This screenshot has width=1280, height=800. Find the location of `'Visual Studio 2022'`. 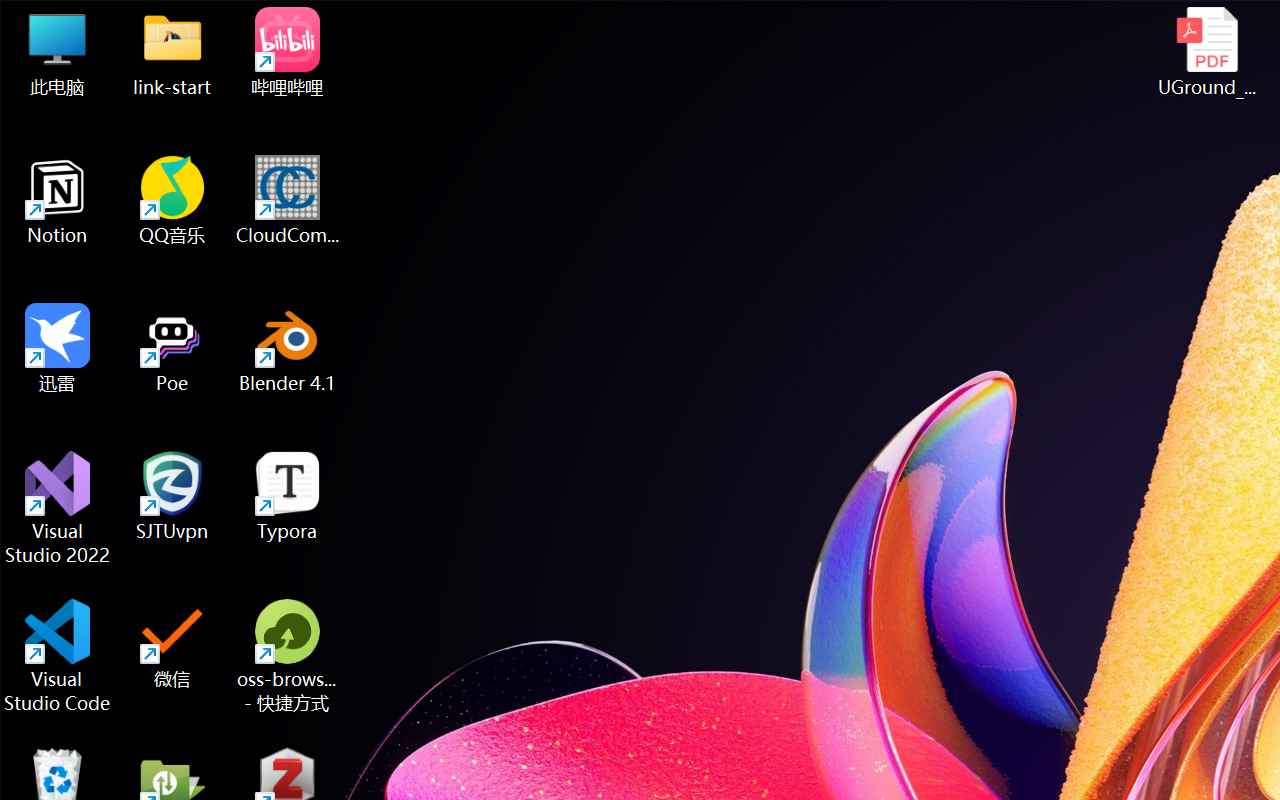

'Visual Studio 2022' is located at coordinates (57, 507).